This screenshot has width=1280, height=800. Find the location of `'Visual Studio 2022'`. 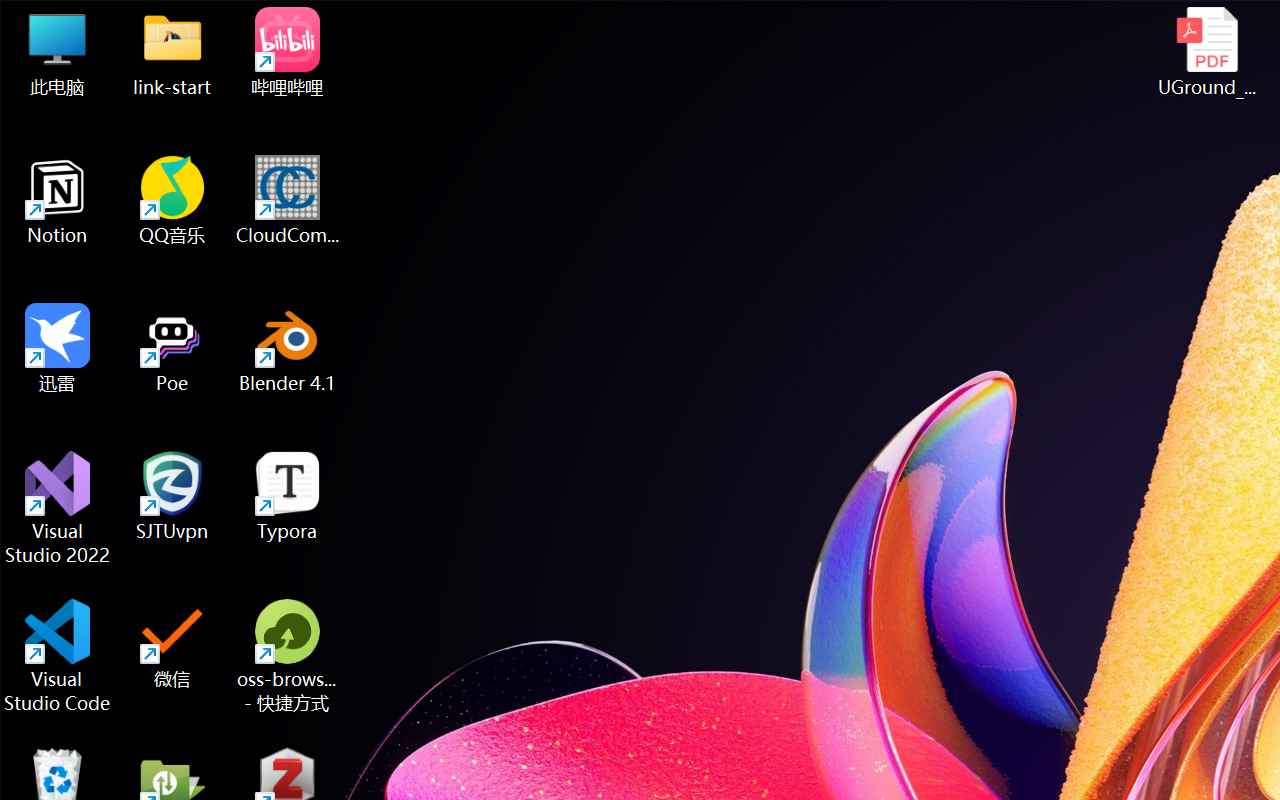

'Visual Studio 2022' is located at coordinates (57, 507).